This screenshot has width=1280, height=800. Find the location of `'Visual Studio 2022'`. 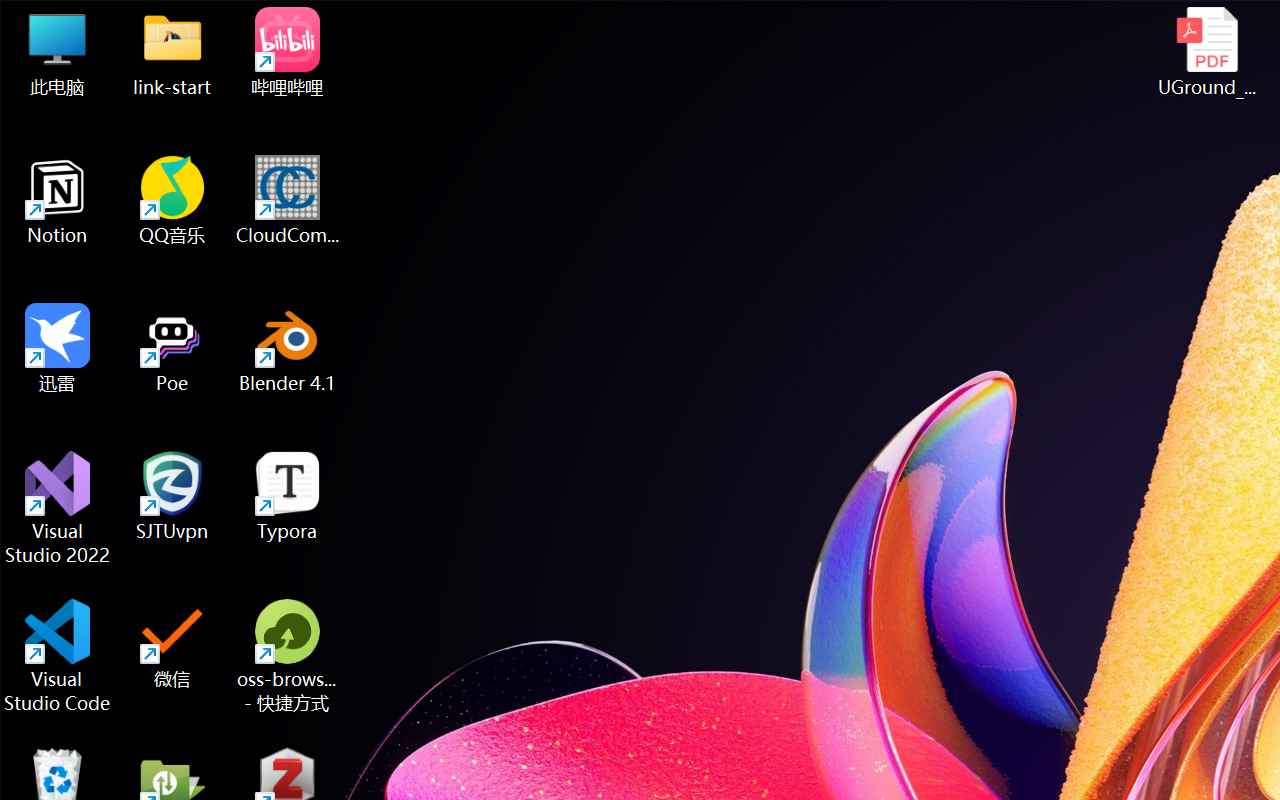

'Visual Studio 2022' is located at coordinates (57, 507).